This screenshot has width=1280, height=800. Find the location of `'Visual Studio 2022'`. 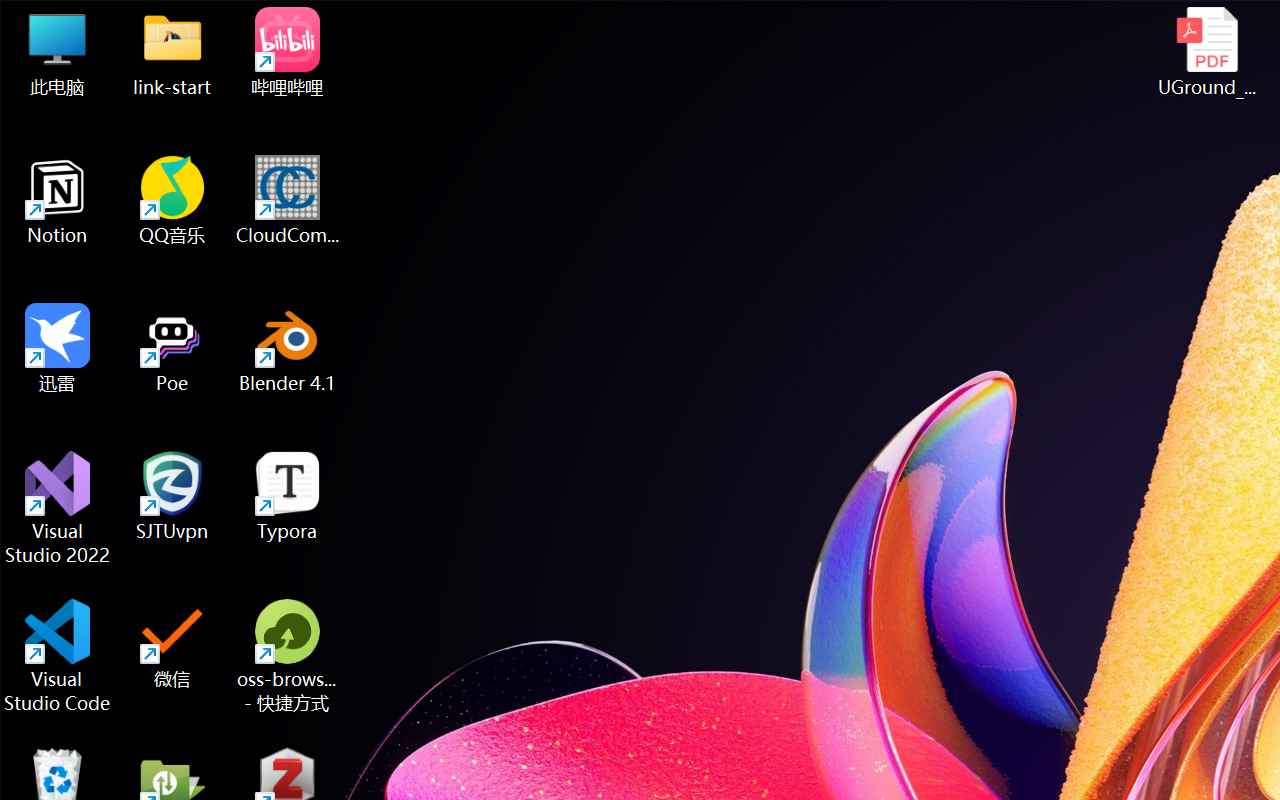

'Visual Studio 2022' is located at coordinates (57, 507).